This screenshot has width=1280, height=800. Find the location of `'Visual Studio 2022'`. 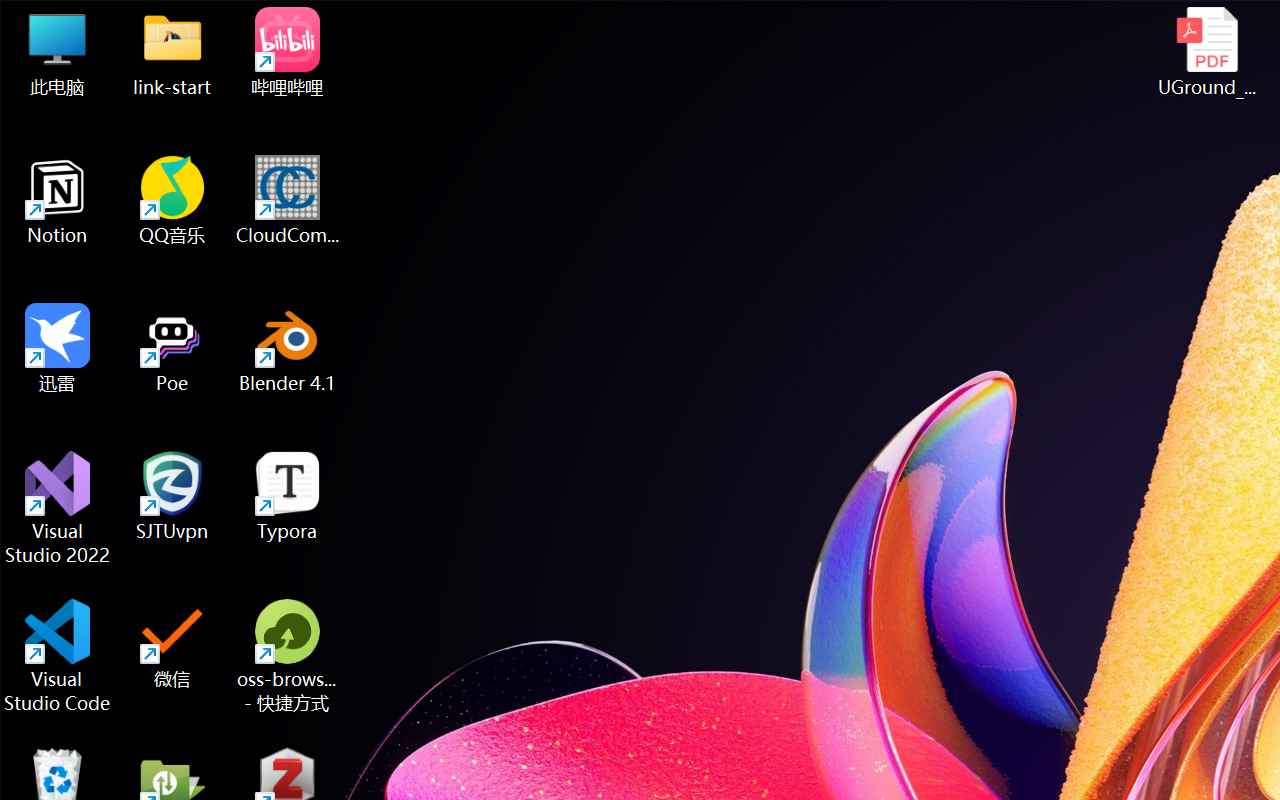

'Visual Studio 2022' is located at coordinates (57, 507).